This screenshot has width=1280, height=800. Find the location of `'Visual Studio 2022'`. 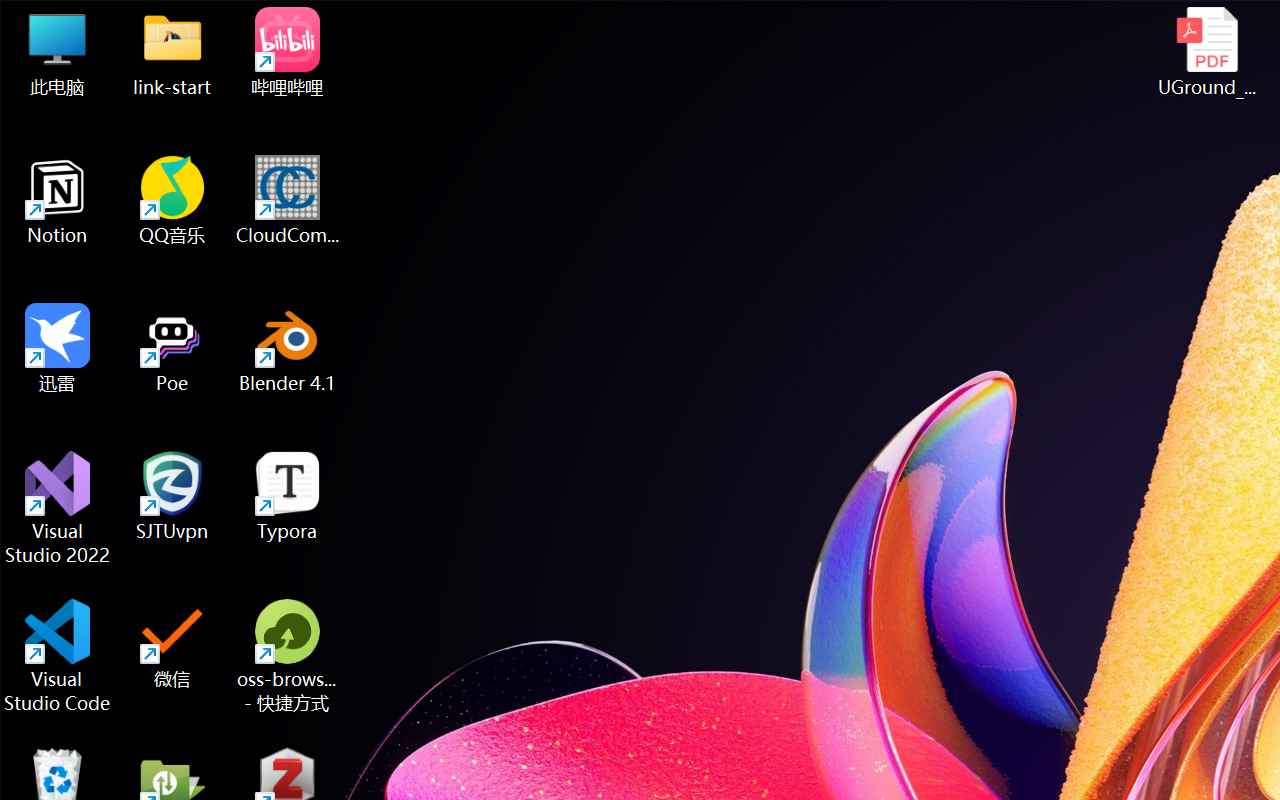

'Visual Studio 2022' is located at coordinates (57, 507).